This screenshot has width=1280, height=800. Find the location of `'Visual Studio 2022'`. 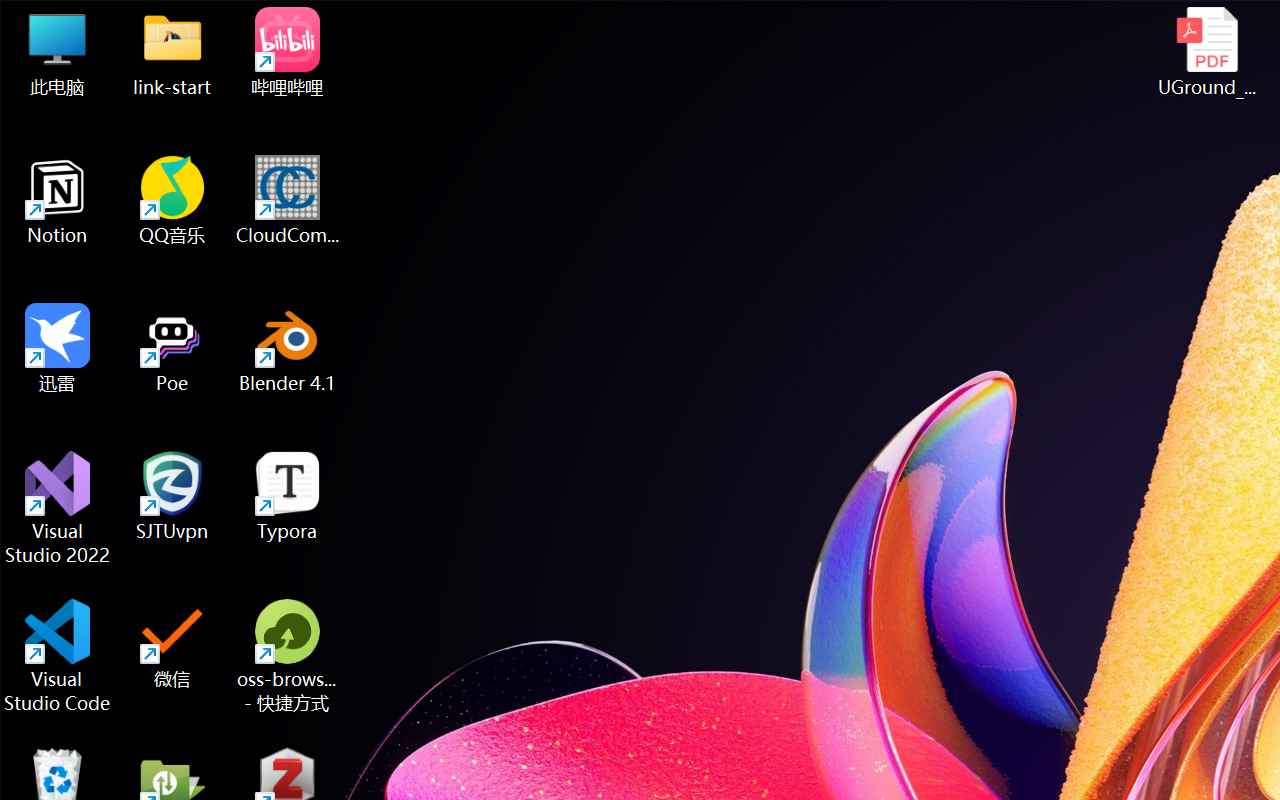

'Visual Studio 2022' is located at coordinates (57, 507).